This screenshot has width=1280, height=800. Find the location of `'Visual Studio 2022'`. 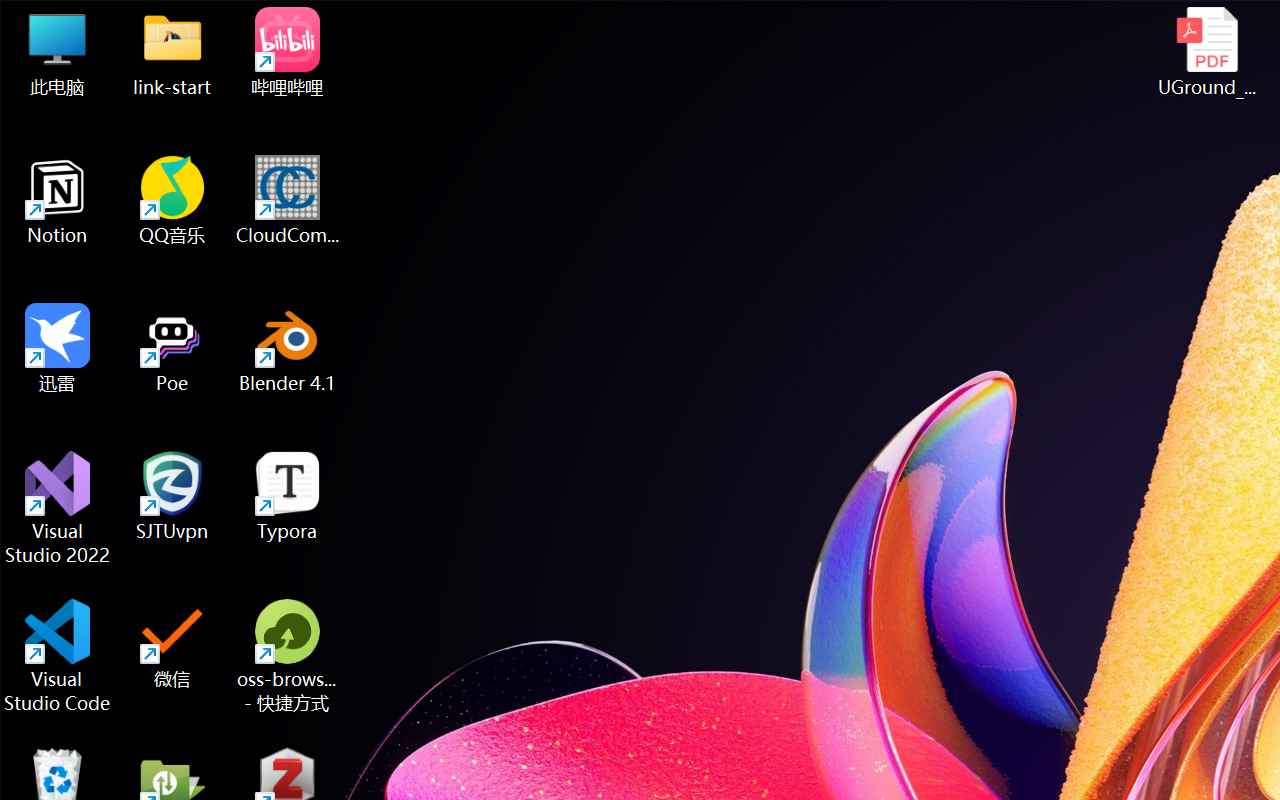

'Visual Studio 2022' is located at coordinates (57, 507).